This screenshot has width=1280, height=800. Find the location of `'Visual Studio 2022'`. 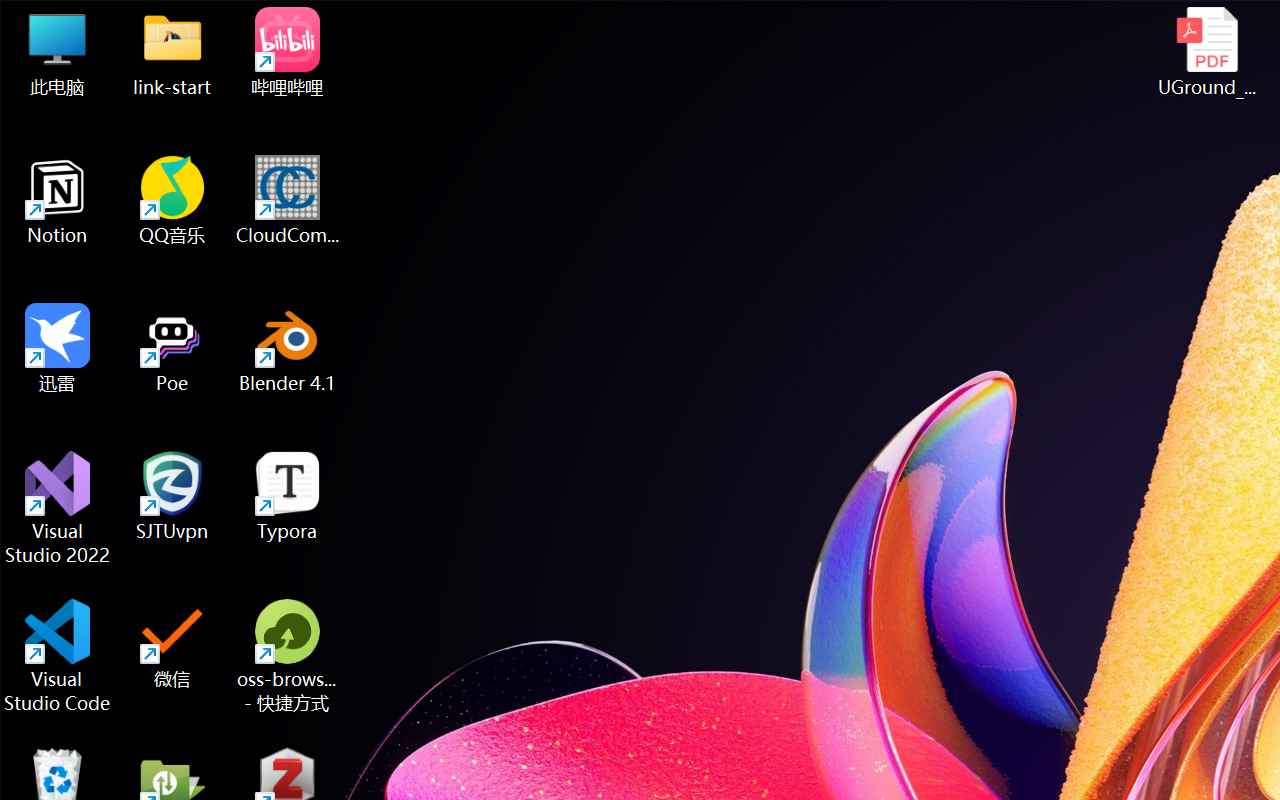

'Visual Studio 2022' is located at coordinates (57, 507).